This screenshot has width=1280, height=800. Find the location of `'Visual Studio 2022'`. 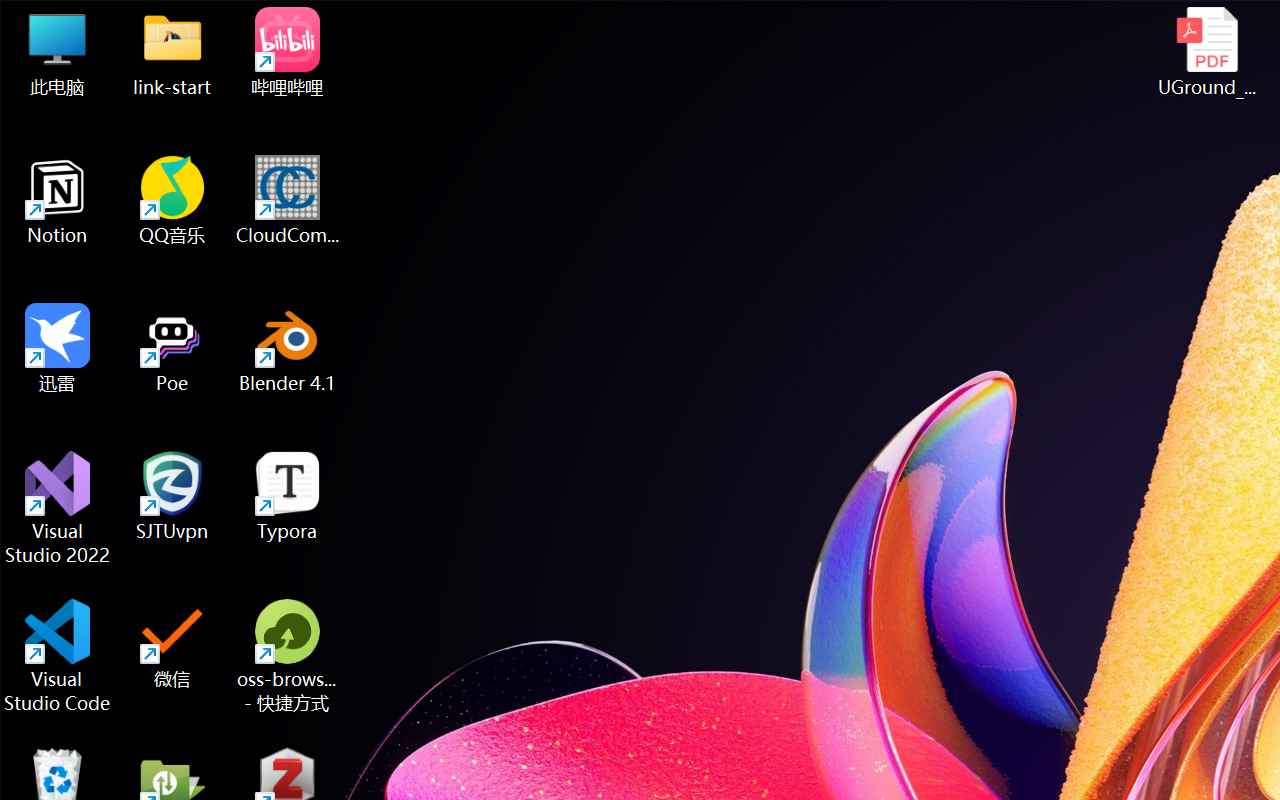

'Visual Studio 2022' is located at coordinates (57, 507).